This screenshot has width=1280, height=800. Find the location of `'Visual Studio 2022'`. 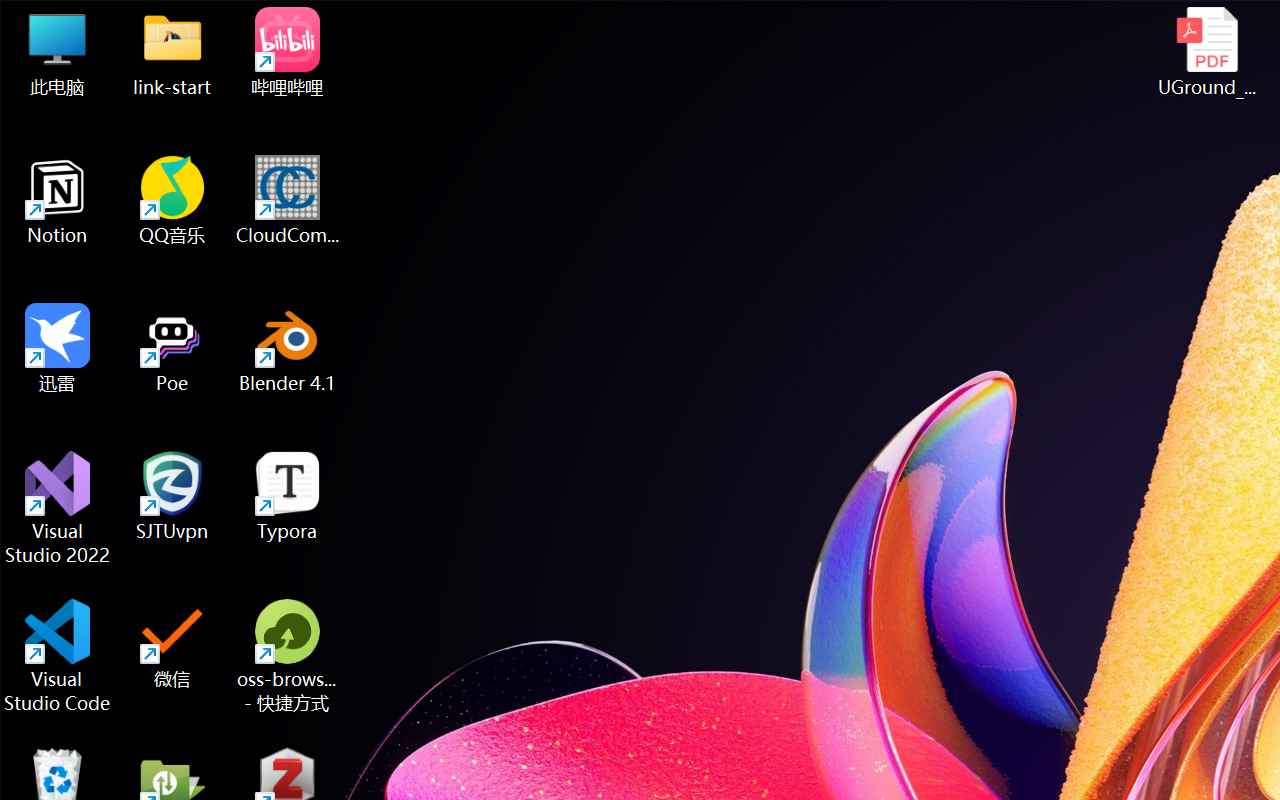

'Visual Studio 2022' is located at coordinates (57, 507).